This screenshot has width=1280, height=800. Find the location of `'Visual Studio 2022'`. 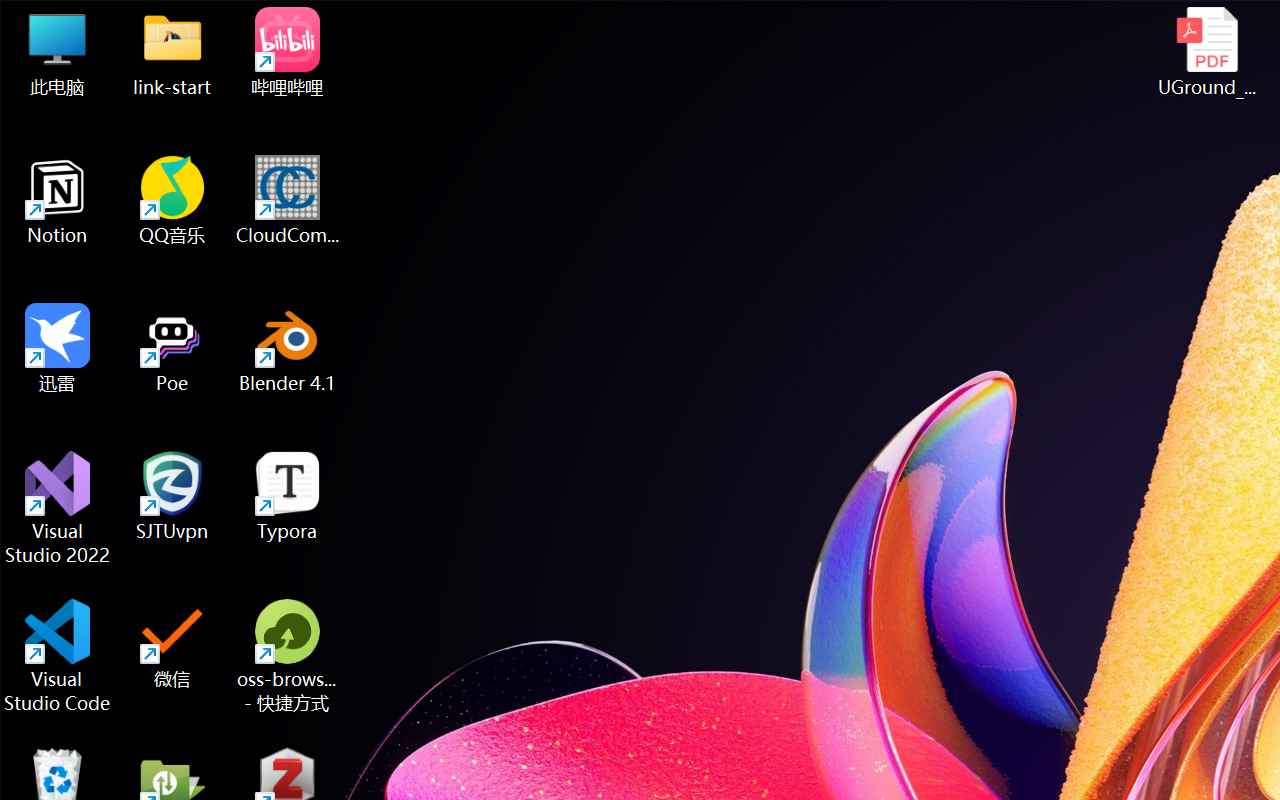

'Visual Studio 2022' is located at coordinates (57, 507).